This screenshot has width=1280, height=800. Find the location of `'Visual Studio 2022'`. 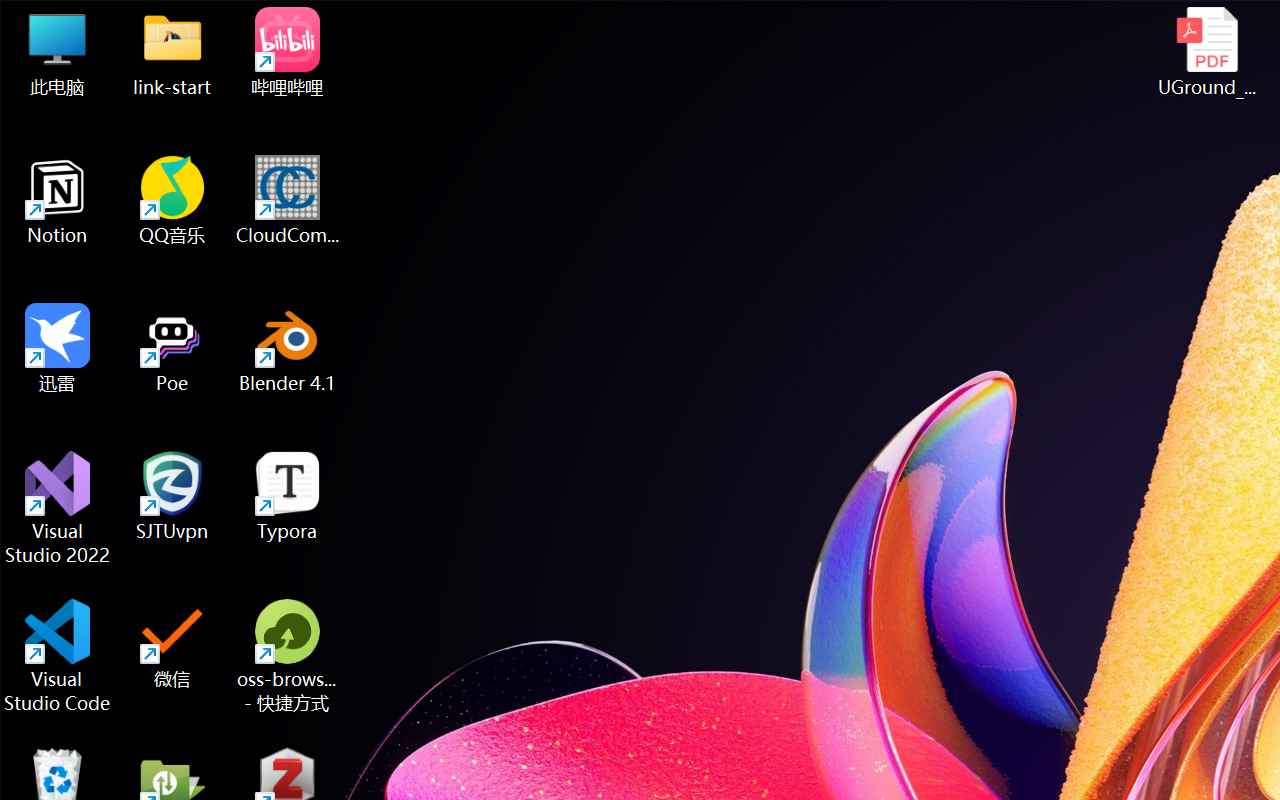

'Visual Studio 2022' is located at coordinates (57, 507).